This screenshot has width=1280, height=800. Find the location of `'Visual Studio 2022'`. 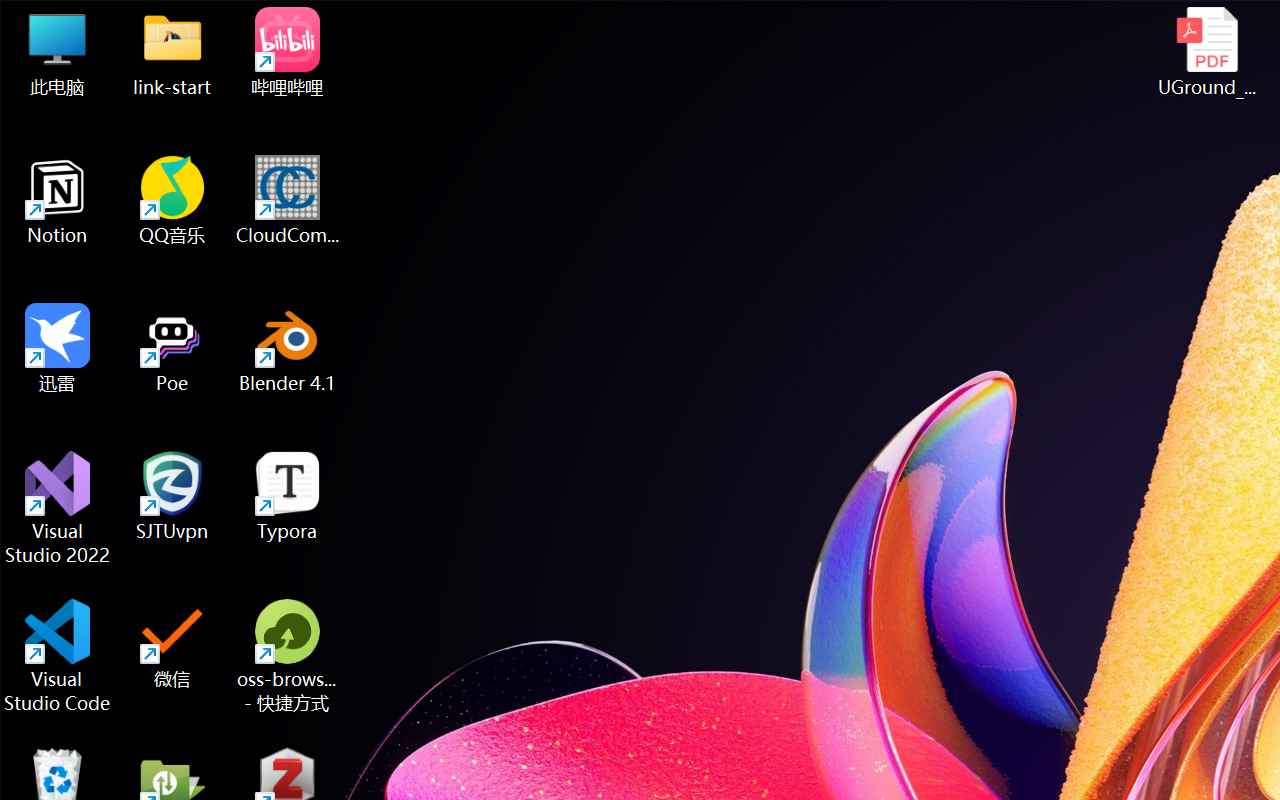

'Visual Studio 2022' is located at coordinates (57, 507).